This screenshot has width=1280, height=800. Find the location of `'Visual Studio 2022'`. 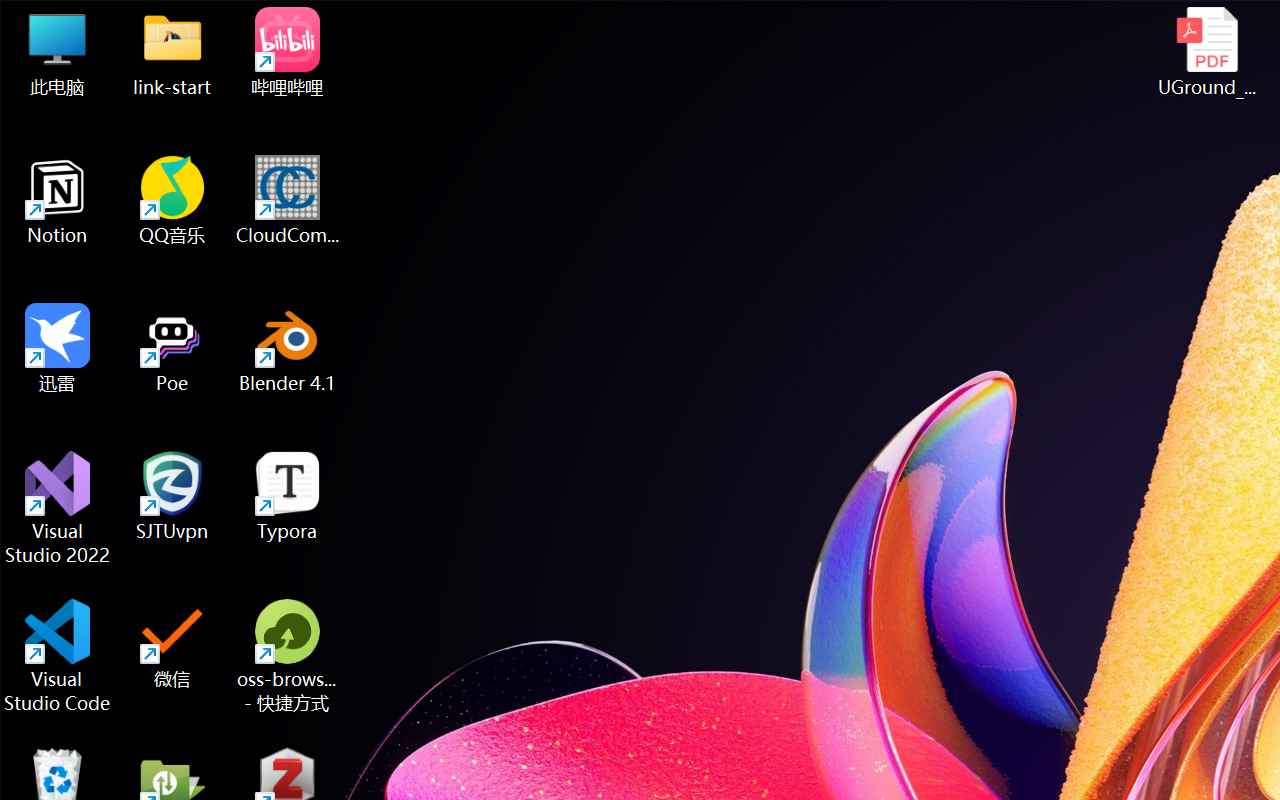

'Visual Studio 2022' is located at coordinates (57, 507).